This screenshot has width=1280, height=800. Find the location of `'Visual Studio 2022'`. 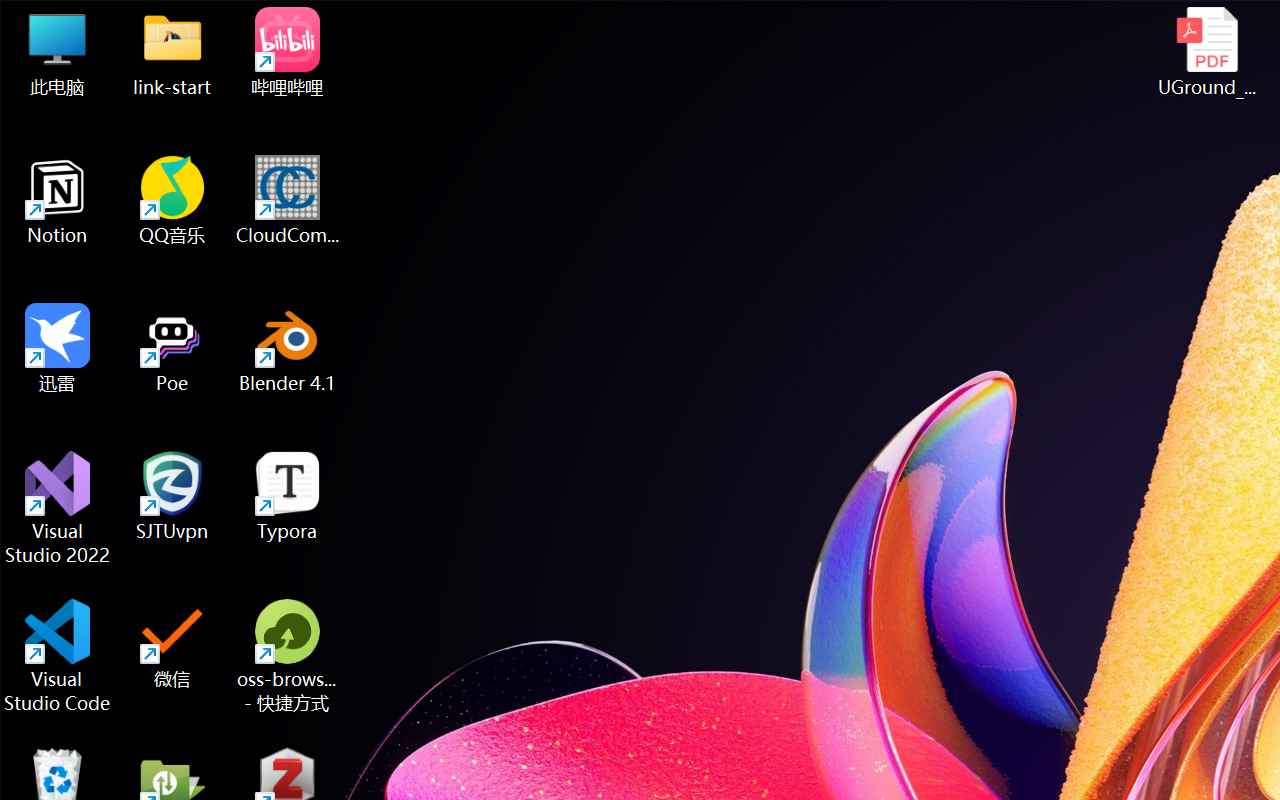

'Visual Studio 2022' is located at coordinates (57, 507).